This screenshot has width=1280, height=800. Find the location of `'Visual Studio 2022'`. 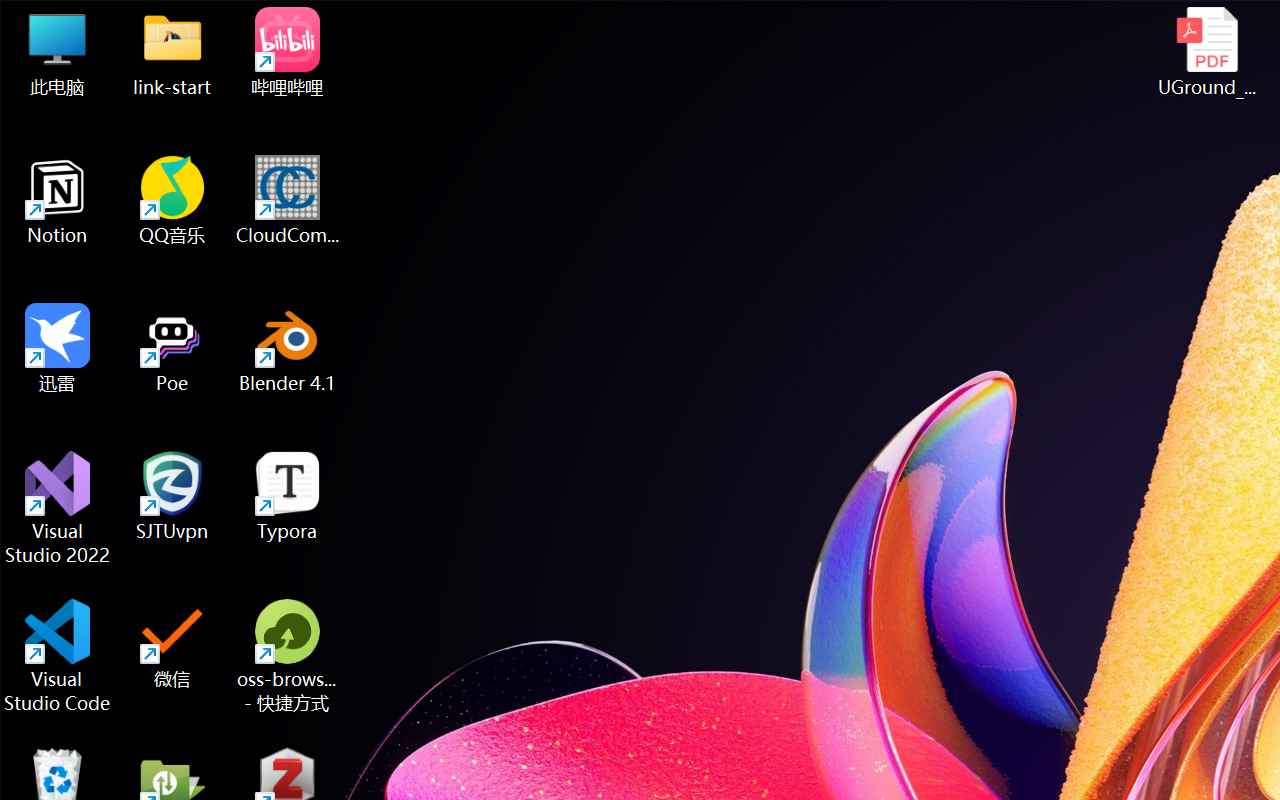

'Visual Studio 2022' is located at coordinates (57, 507).